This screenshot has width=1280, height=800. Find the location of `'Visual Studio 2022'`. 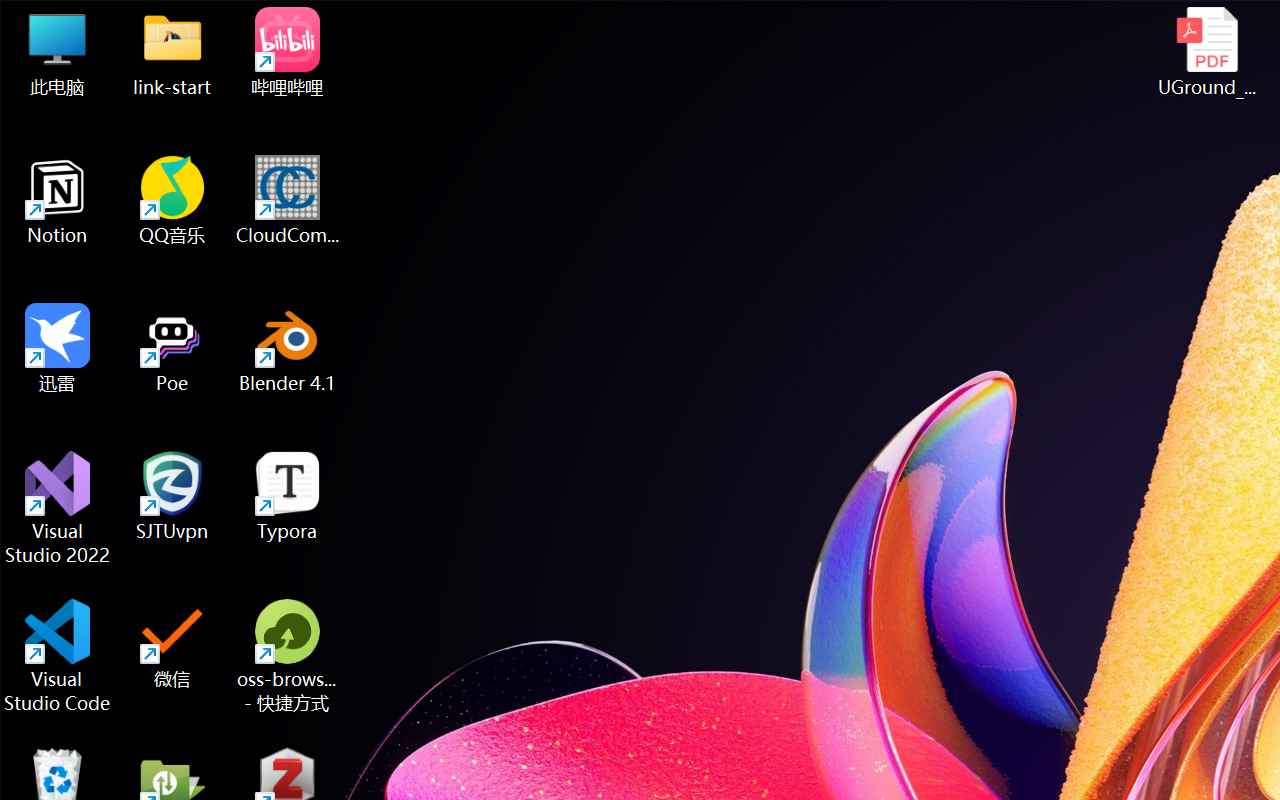

'Visual Studio 2022' is located at coordinates (57, 507).